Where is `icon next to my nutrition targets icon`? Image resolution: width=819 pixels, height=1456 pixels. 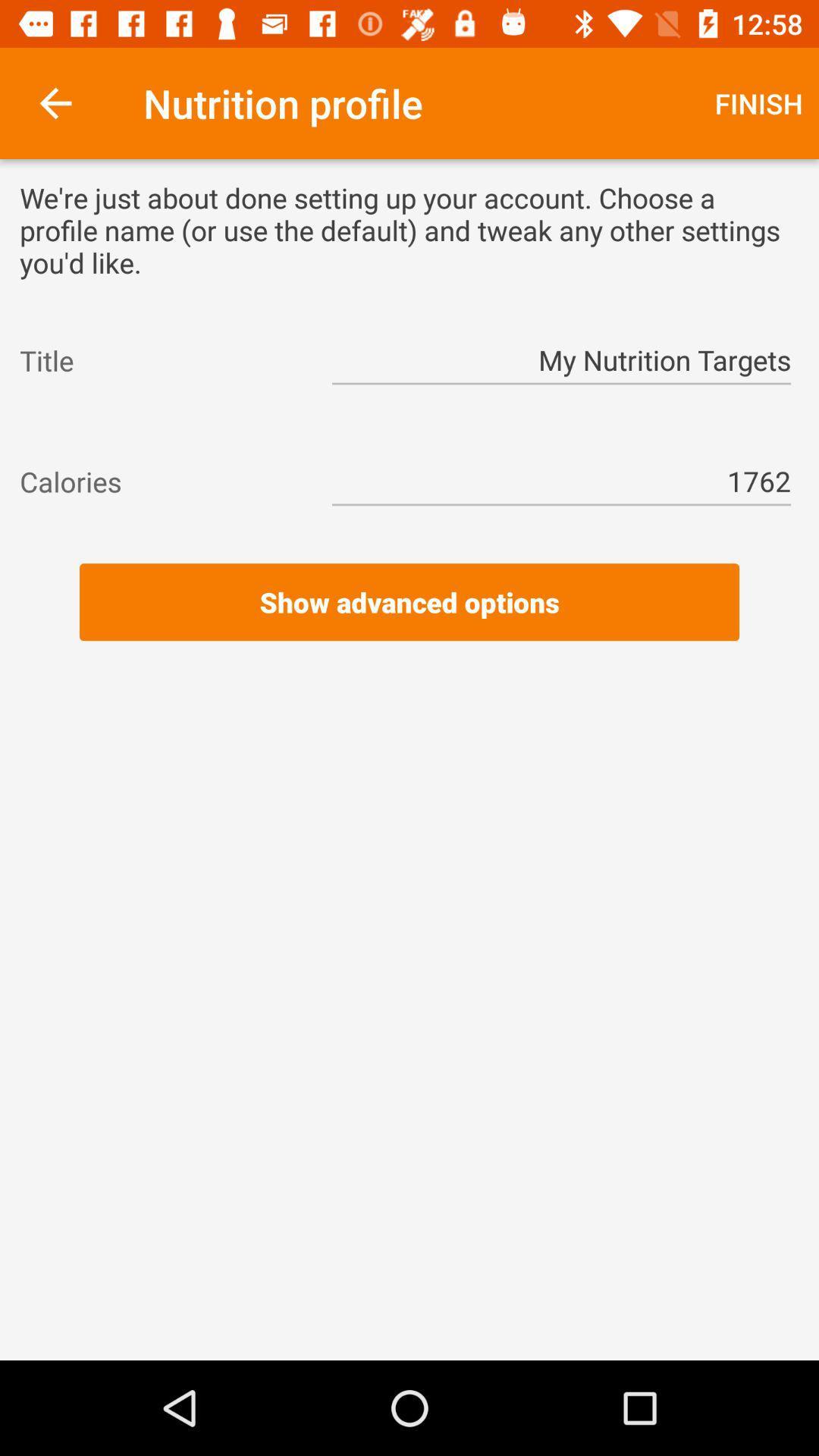 icon next to my nutrition targets icon is located at coordinates (162, 359).